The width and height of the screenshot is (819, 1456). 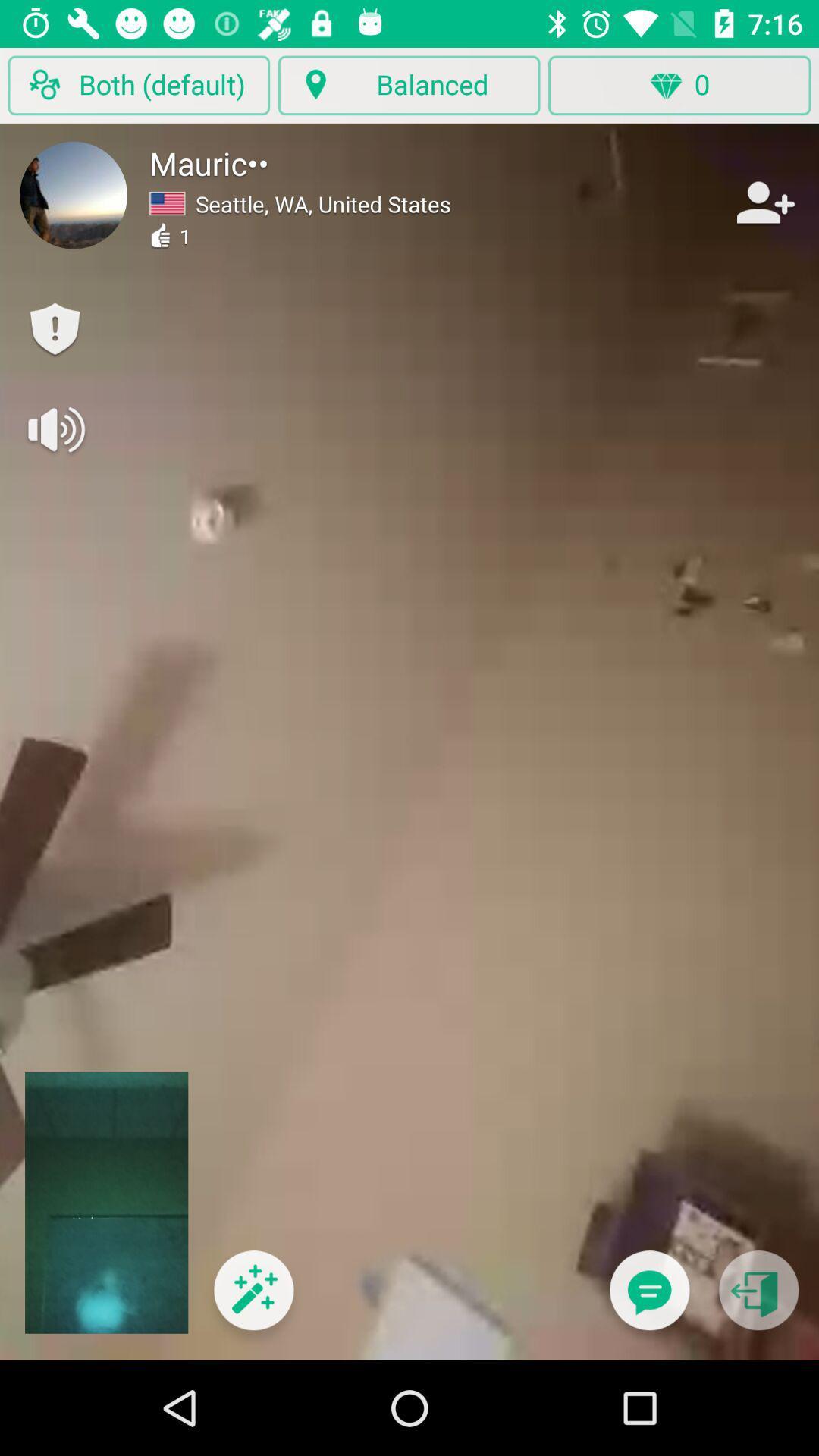 I want to click on the item to the right of the seattle wa united item, so click(x=764, y=202).